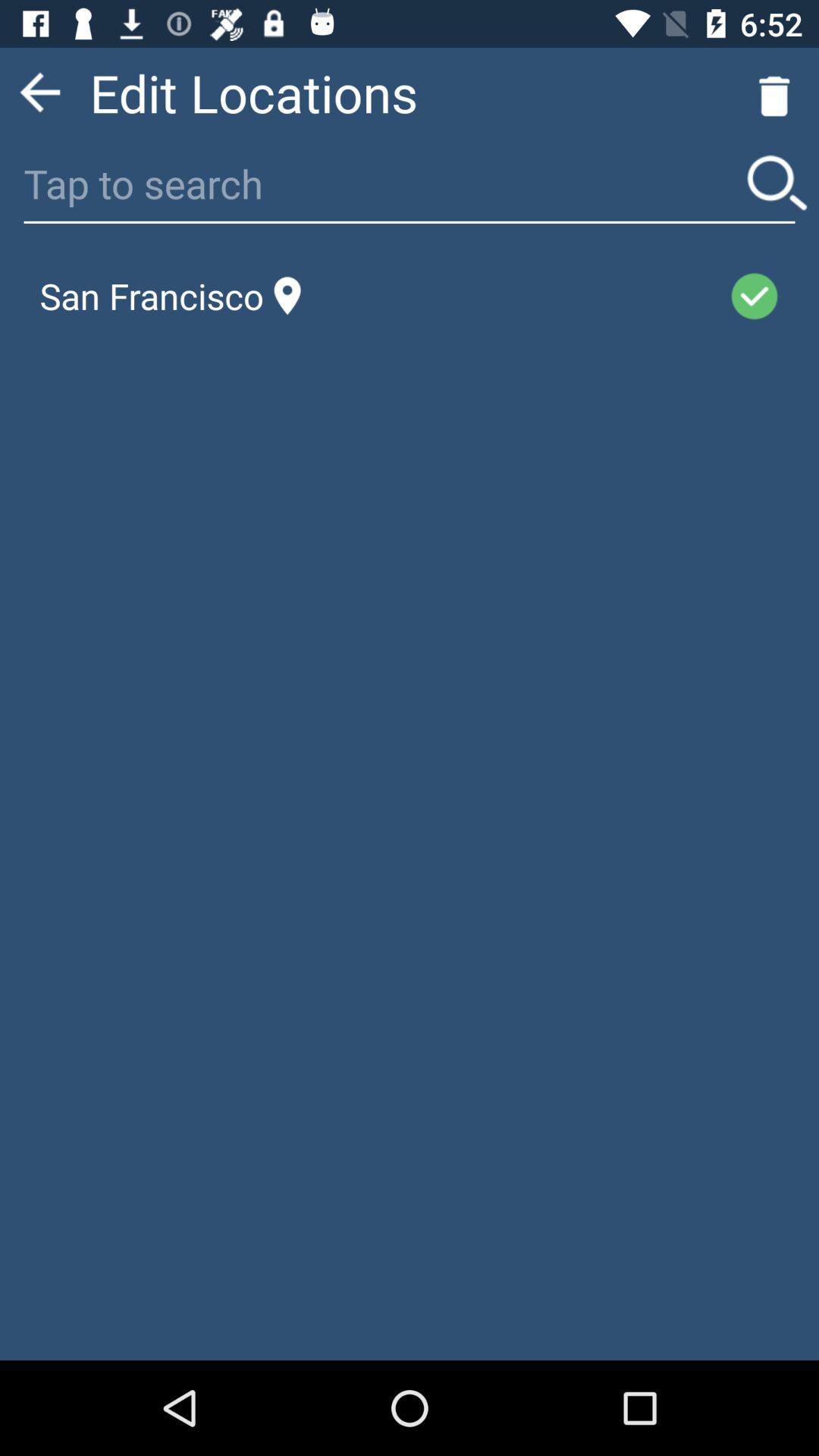 The height and width of the screenshot is (1456, 819). What do you see at coordinates (777, 195) in the screenshot?
I see `the search icon` at bounding box center [777, 195].